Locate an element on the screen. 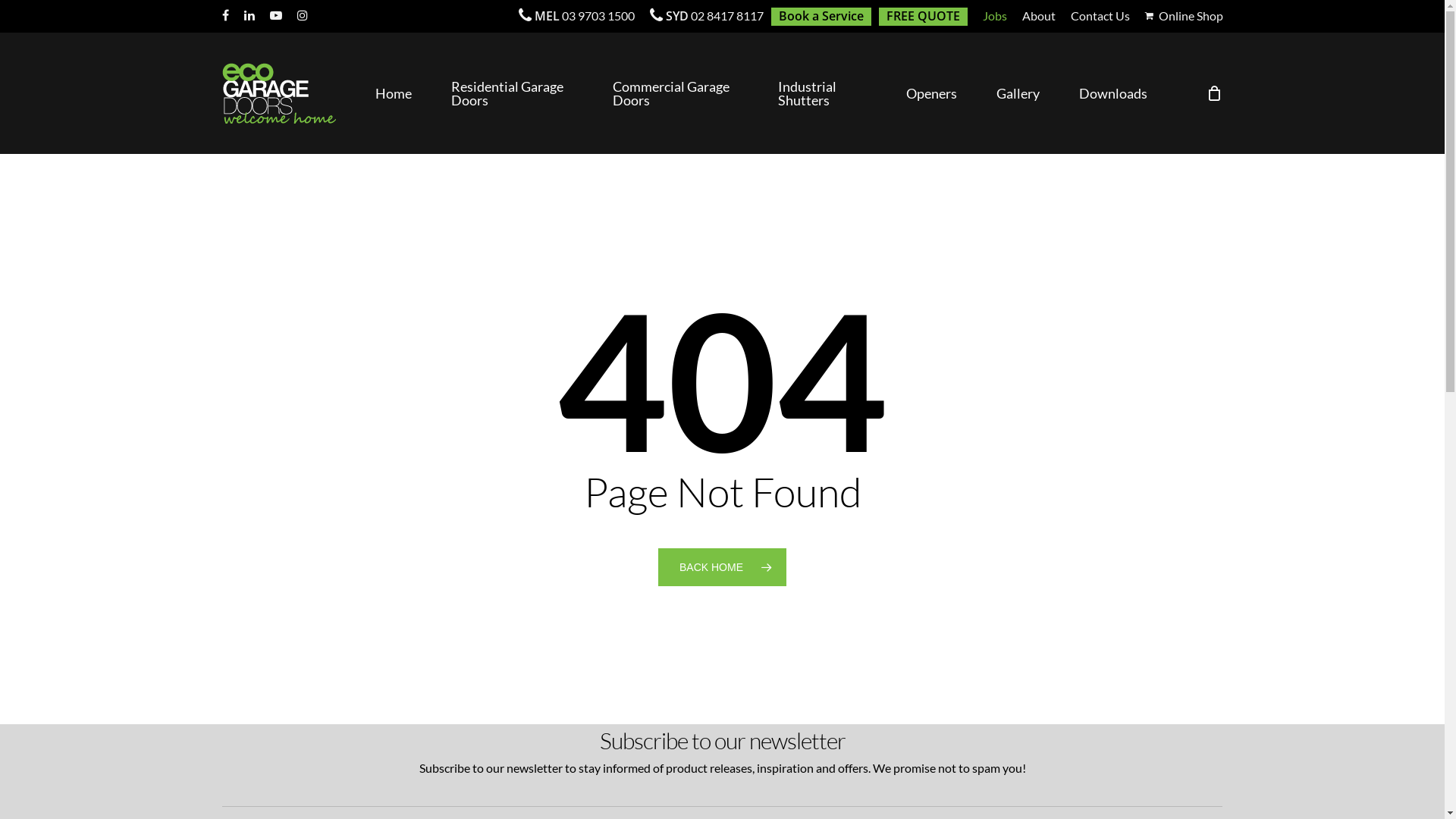  'FREE QUOTE' is located at coordinates (921, 17).